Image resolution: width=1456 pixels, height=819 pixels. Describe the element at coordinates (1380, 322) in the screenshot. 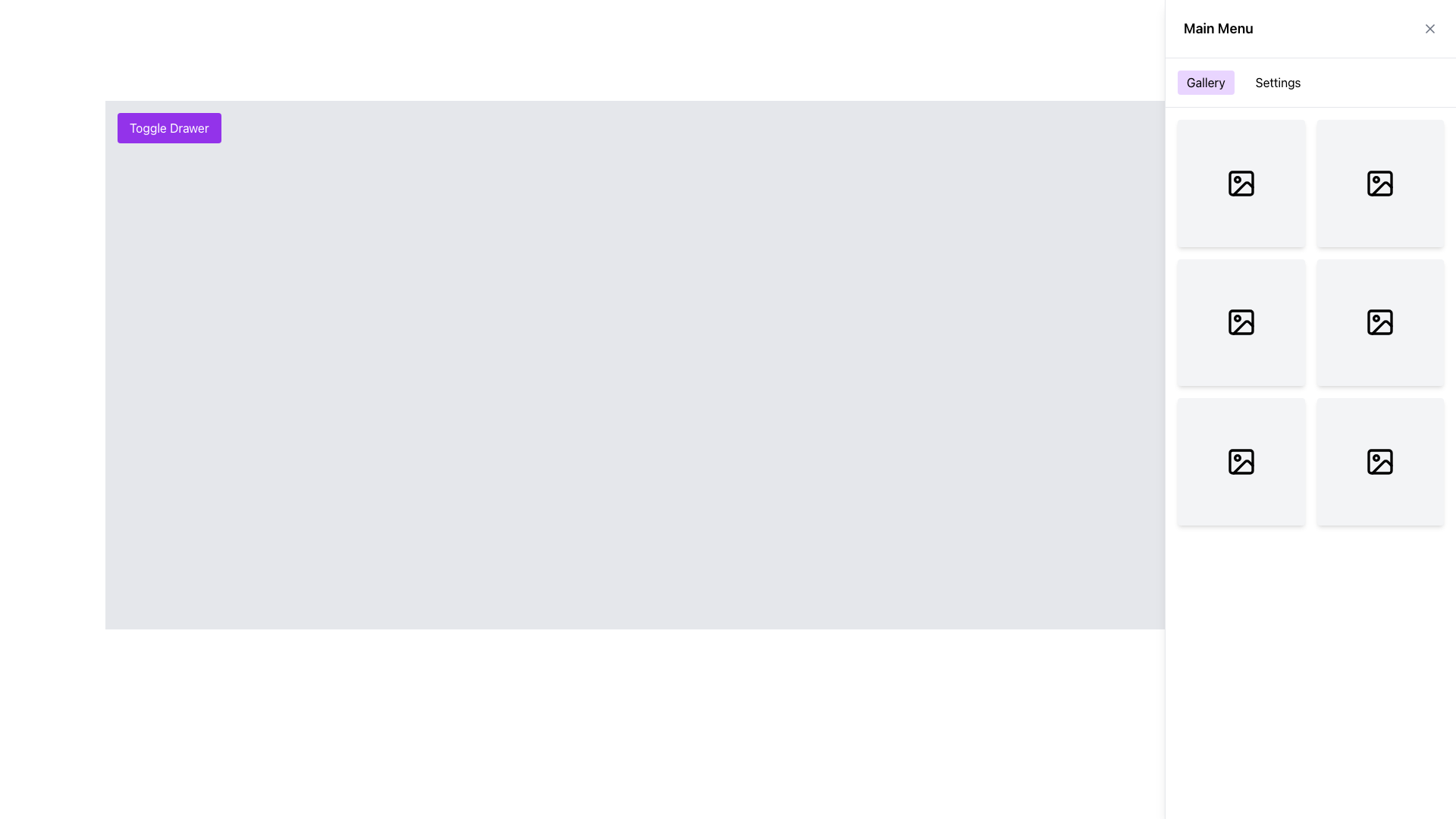

I see `the icon resembling an image placeholder located in the bottom-right cell of a 2x3 grid, which has rounded edges, a small circle in one corner, and a diagonal line connecting the circle to the opposite corner` at that location.